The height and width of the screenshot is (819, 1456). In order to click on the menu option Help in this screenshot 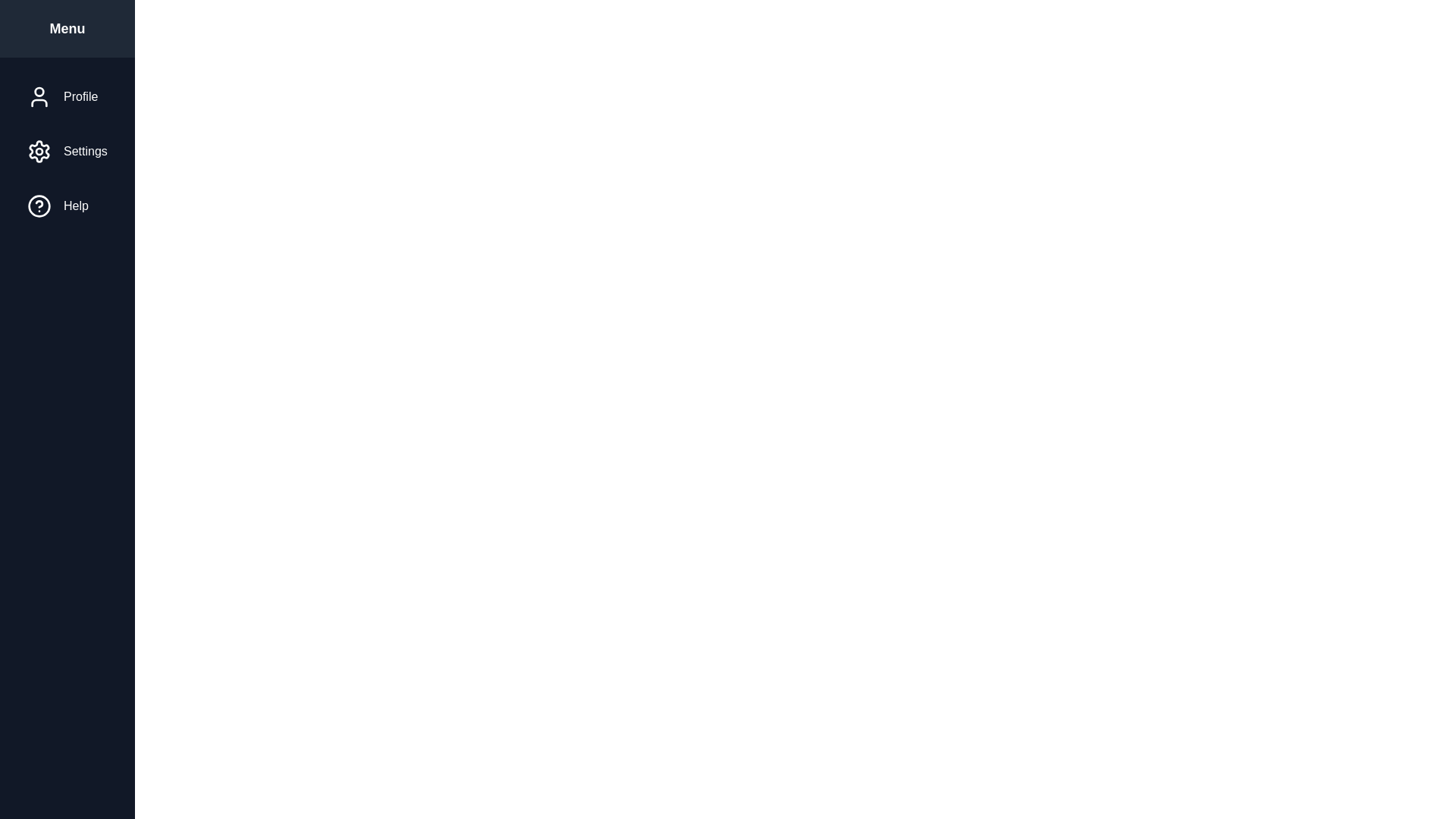, I will do `click(65, 206)`.